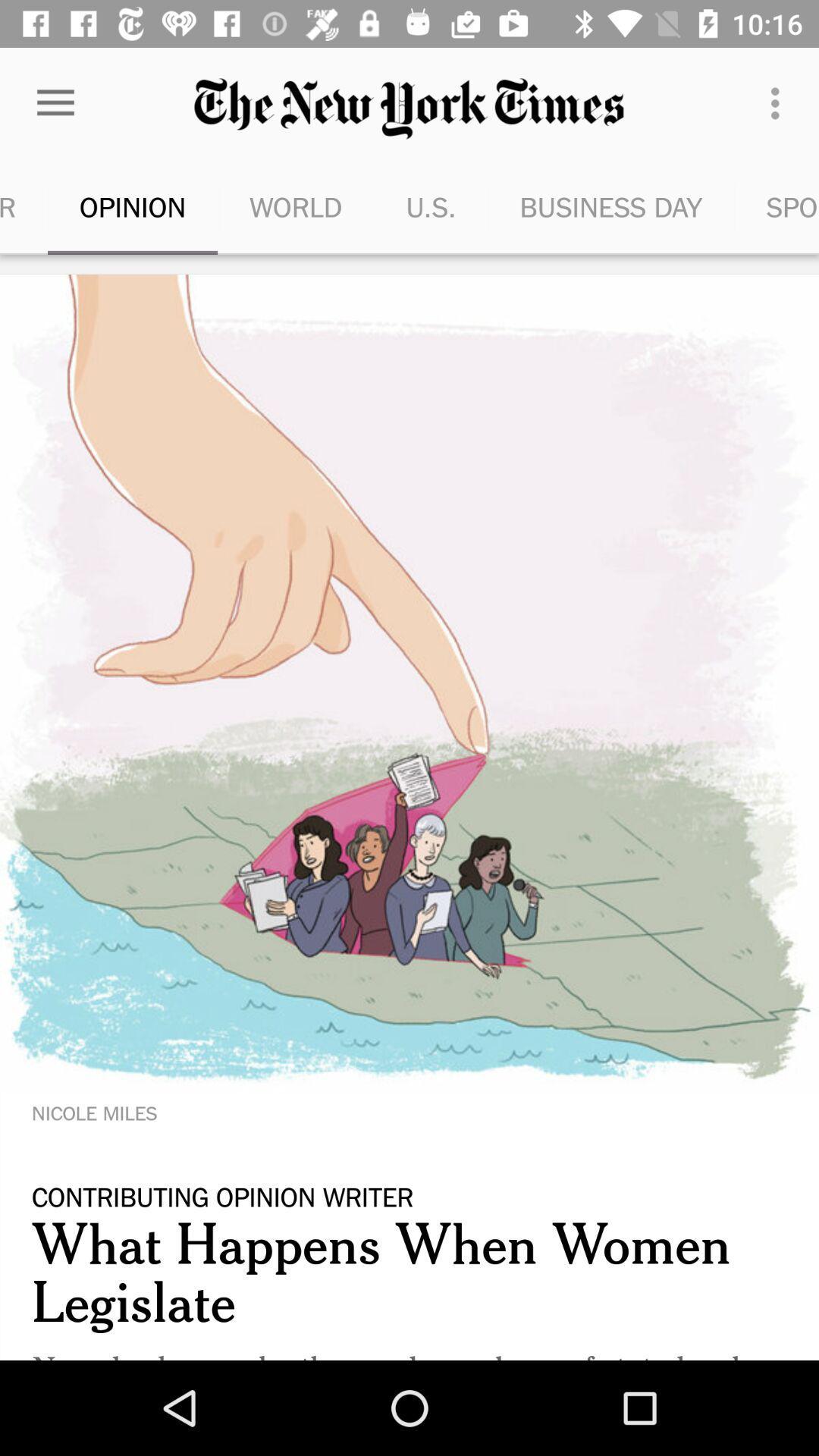  What do you see at coordinates (431, 206) in the screenshot?
I see `icon to the left of business day icon` at bounding box center [431, 206].